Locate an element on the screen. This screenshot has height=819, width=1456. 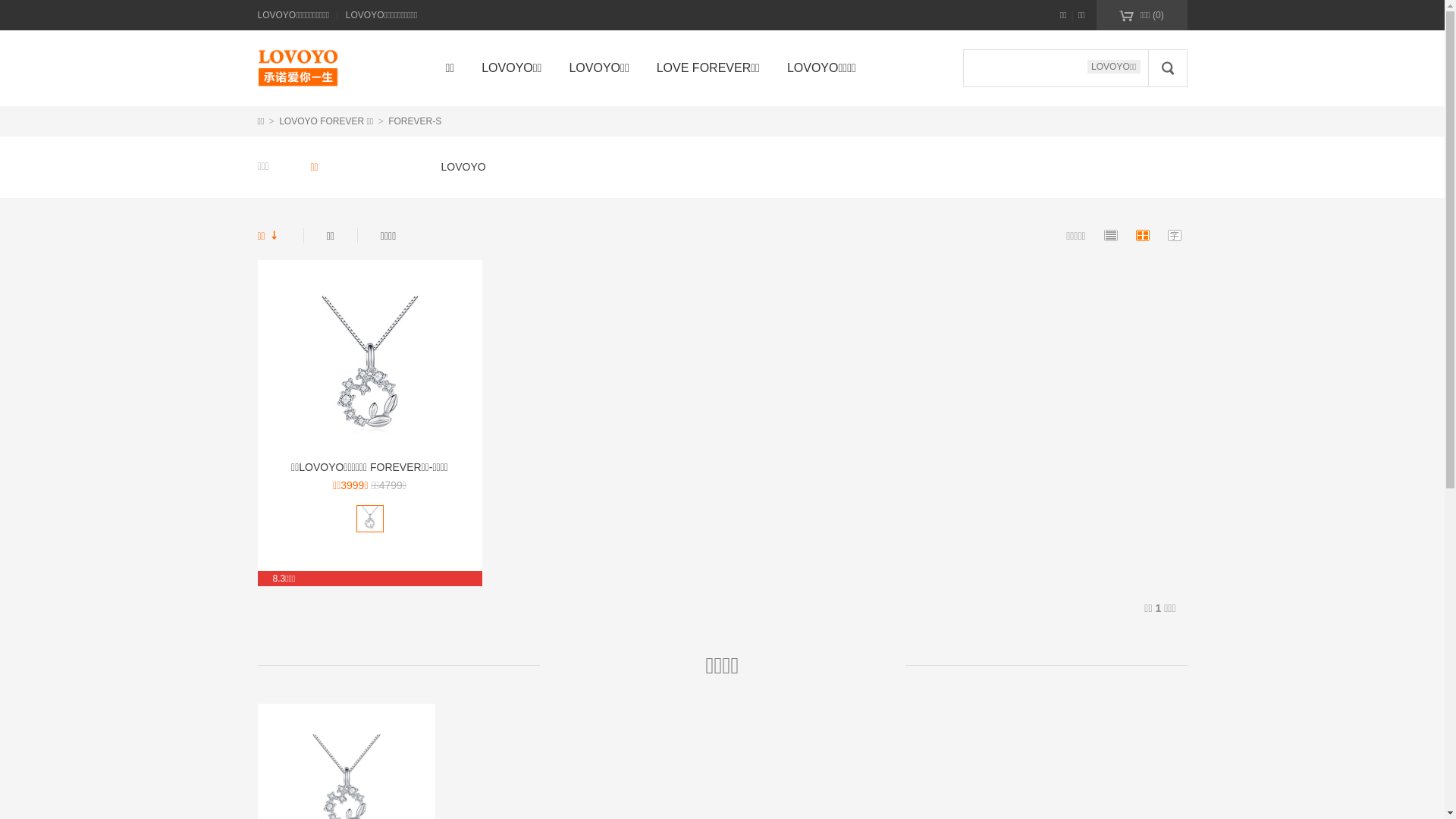
'LOVOYO' is located at coordinates (258, 67).